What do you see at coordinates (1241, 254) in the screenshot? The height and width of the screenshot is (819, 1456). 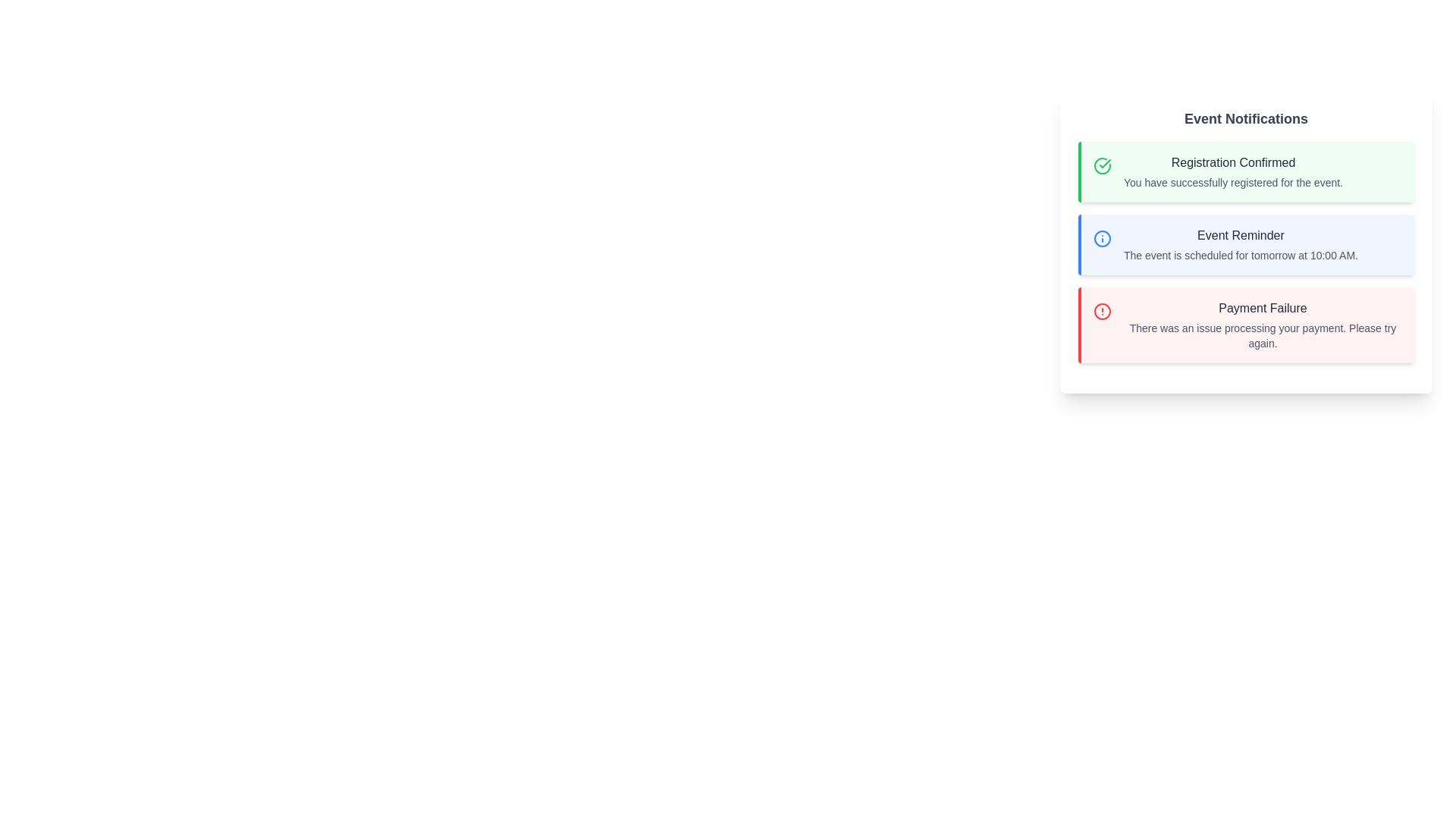 I see `the text label displaying 'The event is scheduled for tomorrow at 10:00 AM.', located beneath the 'Event Reminder' title within the blue-shaded notification box` at bounding box center [1241, 254].